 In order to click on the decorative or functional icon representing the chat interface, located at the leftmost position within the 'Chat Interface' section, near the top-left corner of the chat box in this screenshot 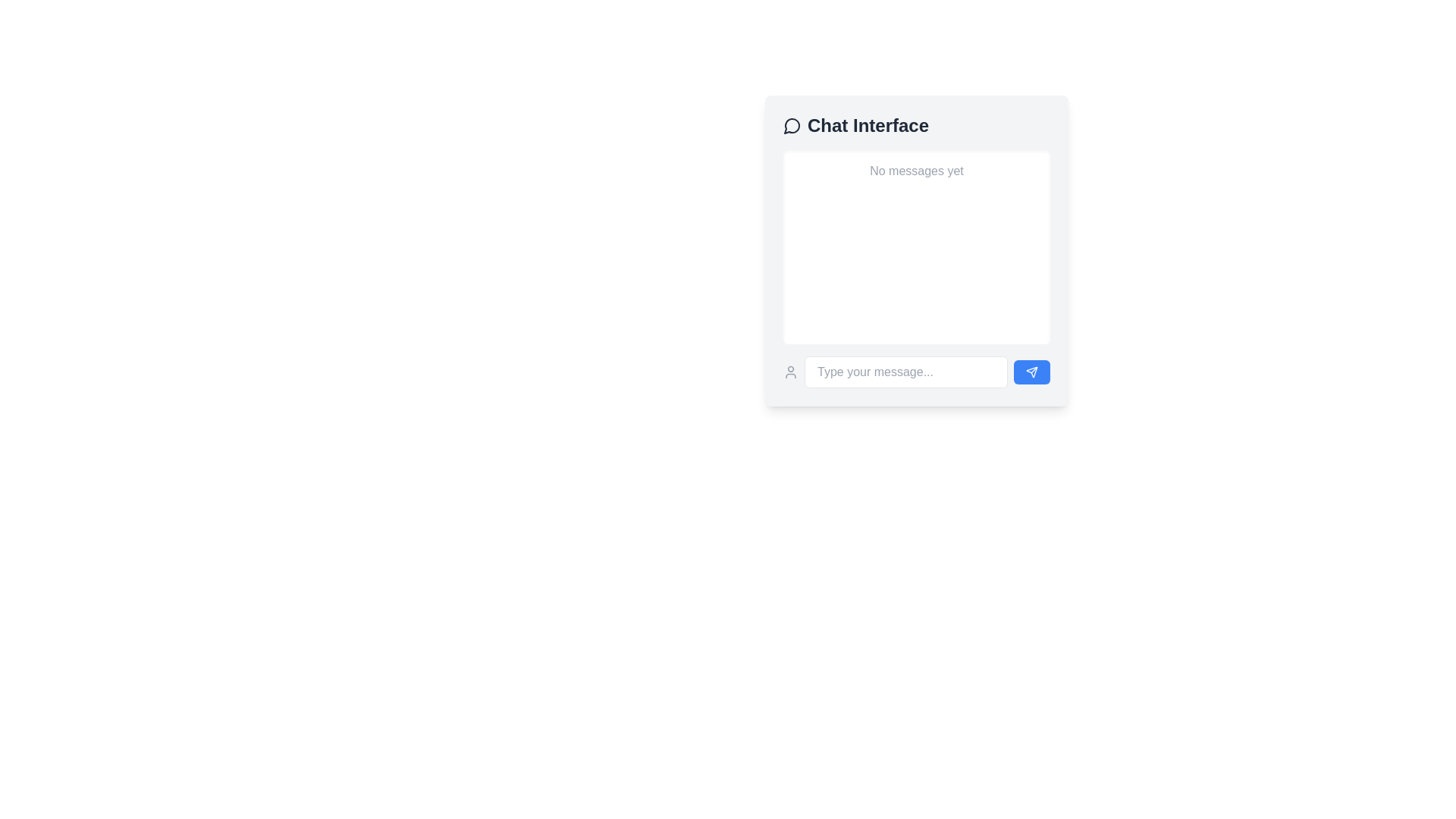, I will do `click(792, 124)`.